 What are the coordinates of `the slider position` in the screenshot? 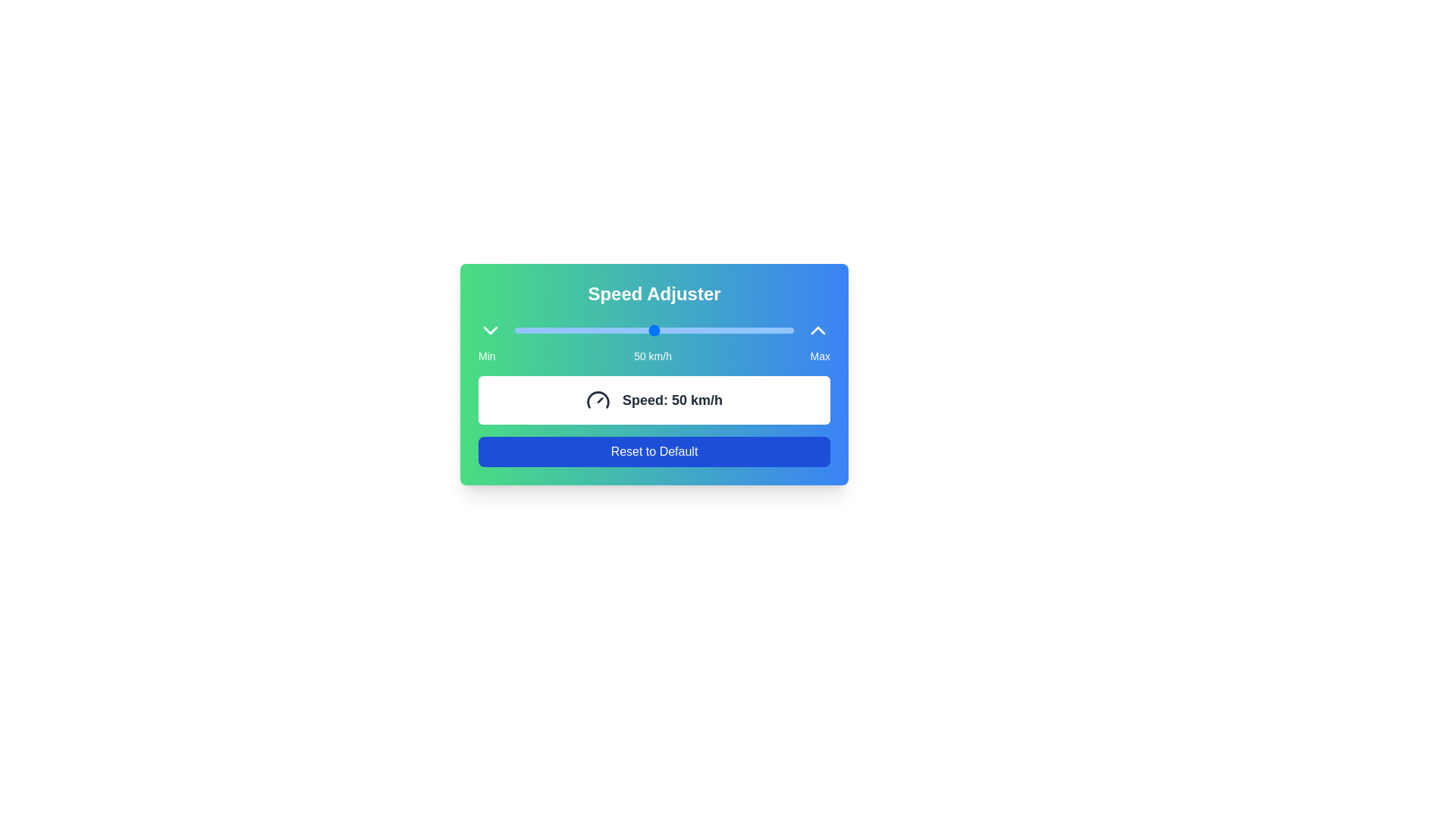 It's located at (620, 329).